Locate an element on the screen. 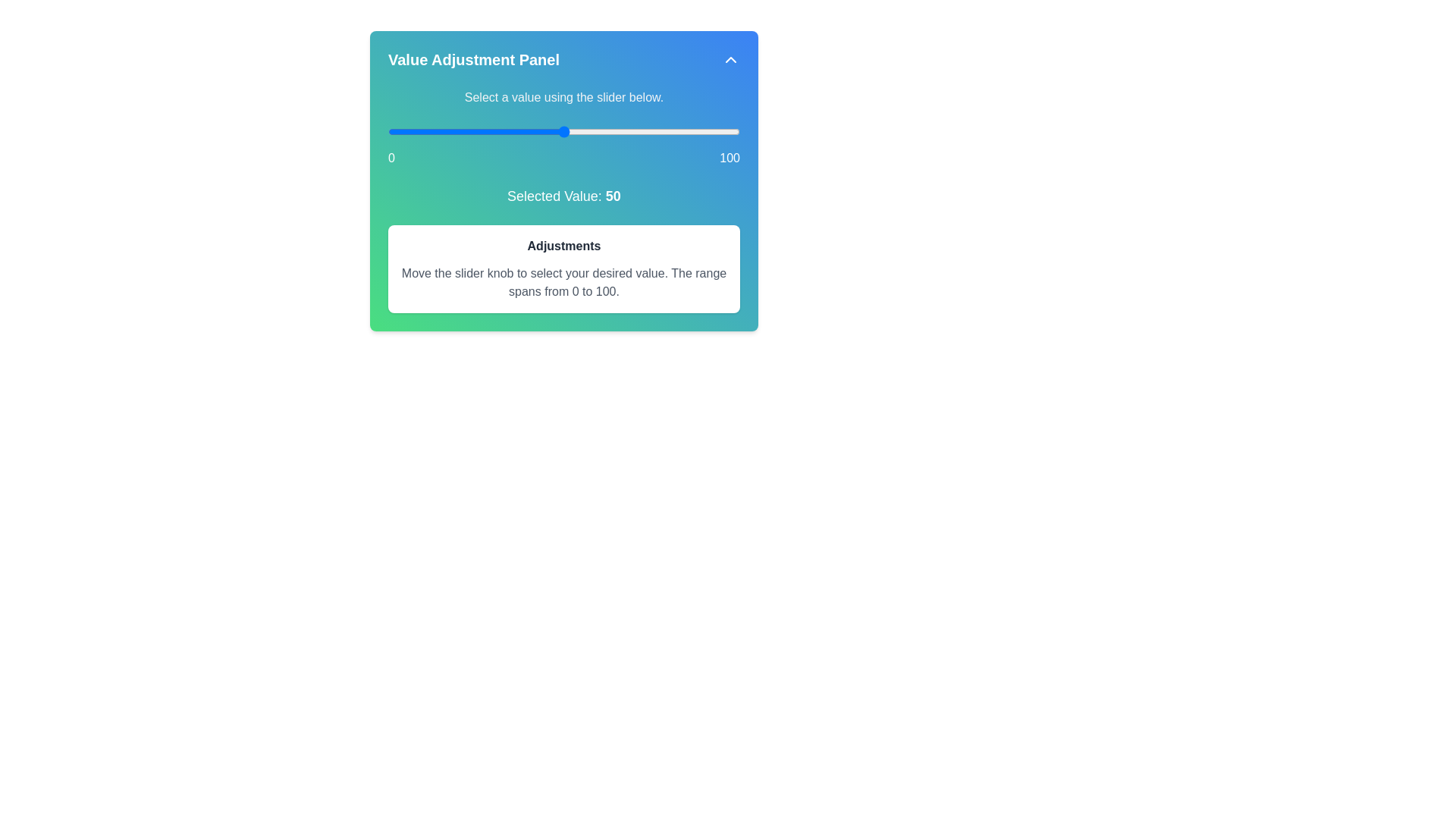 This screenshot has height=819, width=1456. the slider knob horizontally is located at coordinates (563, 130).